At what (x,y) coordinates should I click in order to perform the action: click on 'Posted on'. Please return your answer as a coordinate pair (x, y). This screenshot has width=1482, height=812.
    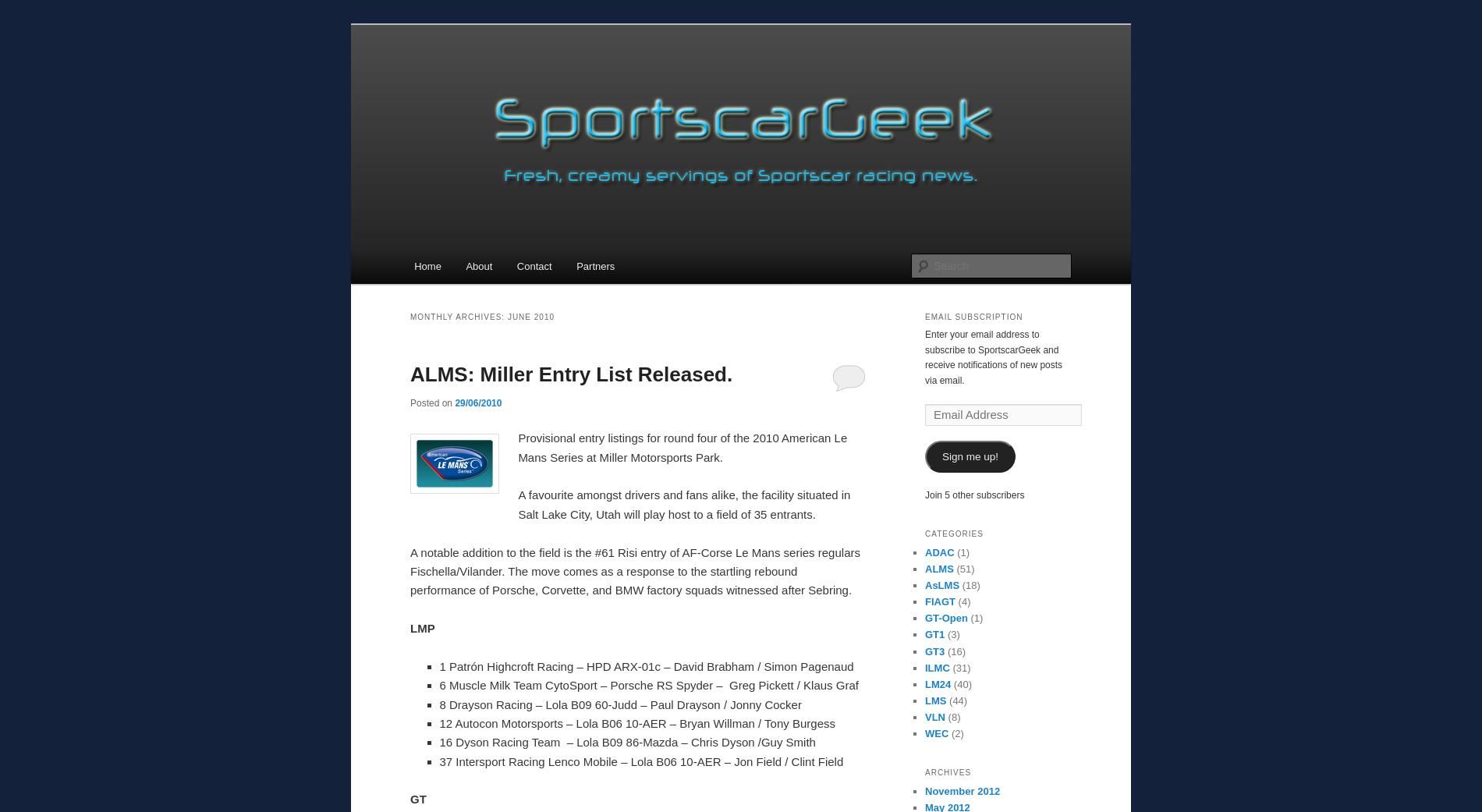
    Looking at the image, I should click on (432, 402).